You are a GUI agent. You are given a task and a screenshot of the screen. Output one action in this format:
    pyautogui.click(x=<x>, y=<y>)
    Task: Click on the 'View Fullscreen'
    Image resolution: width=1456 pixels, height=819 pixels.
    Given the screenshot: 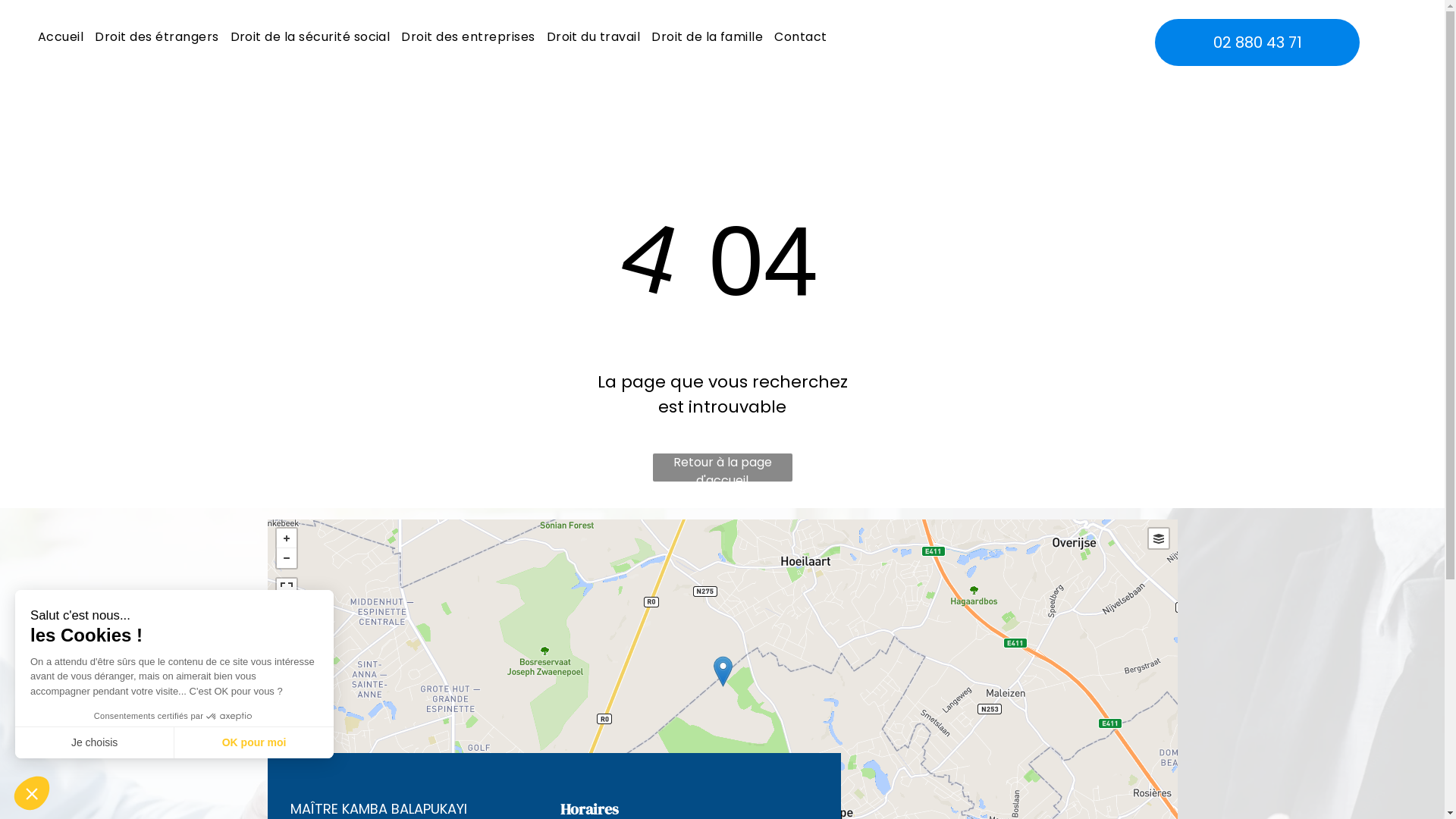 What is the action you would take?
    pyautogui.click(x=286, y=587)
    